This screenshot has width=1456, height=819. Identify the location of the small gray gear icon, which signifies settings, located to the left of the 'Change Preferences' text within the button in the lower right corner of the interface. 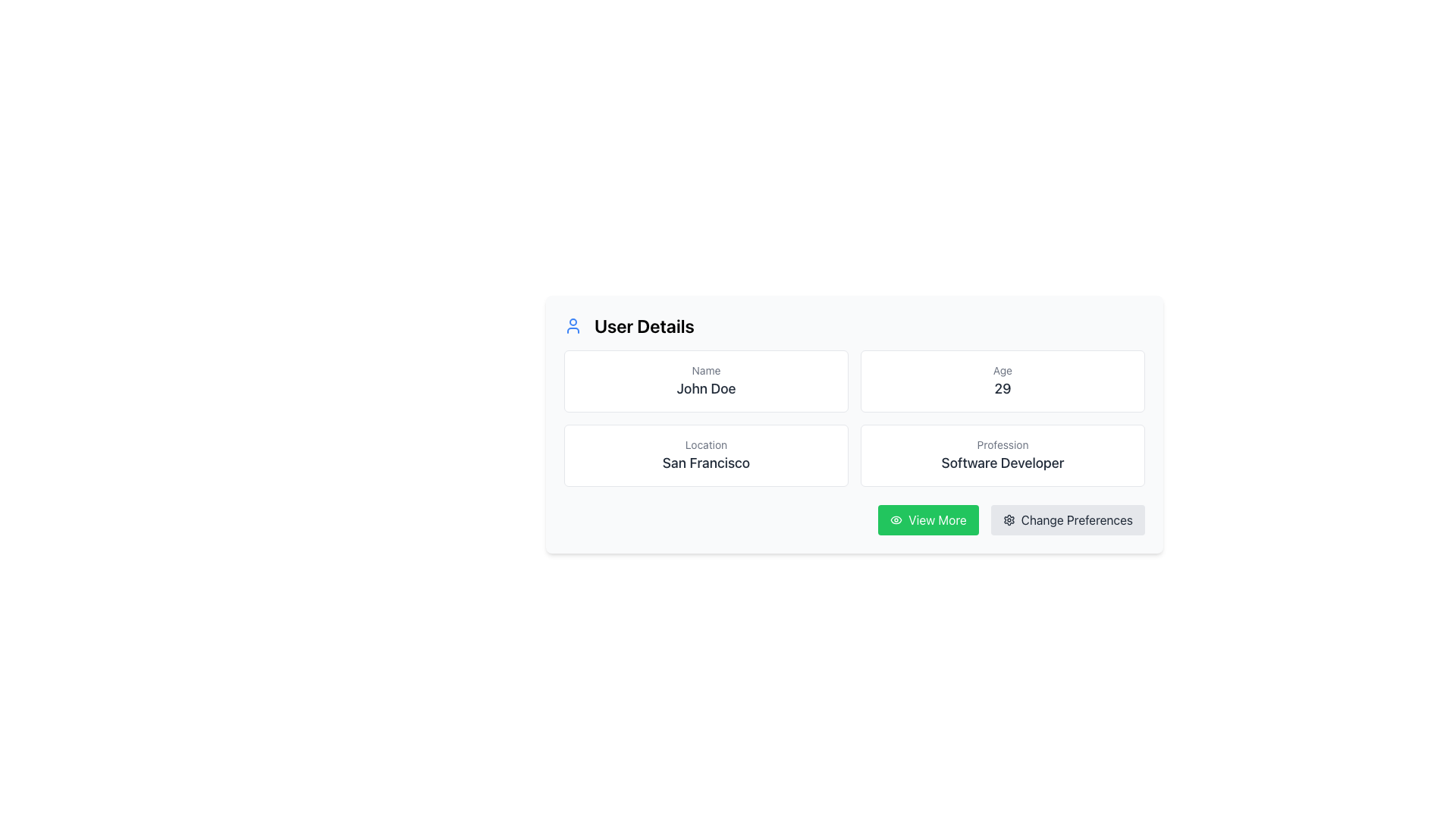
(1009, 519).